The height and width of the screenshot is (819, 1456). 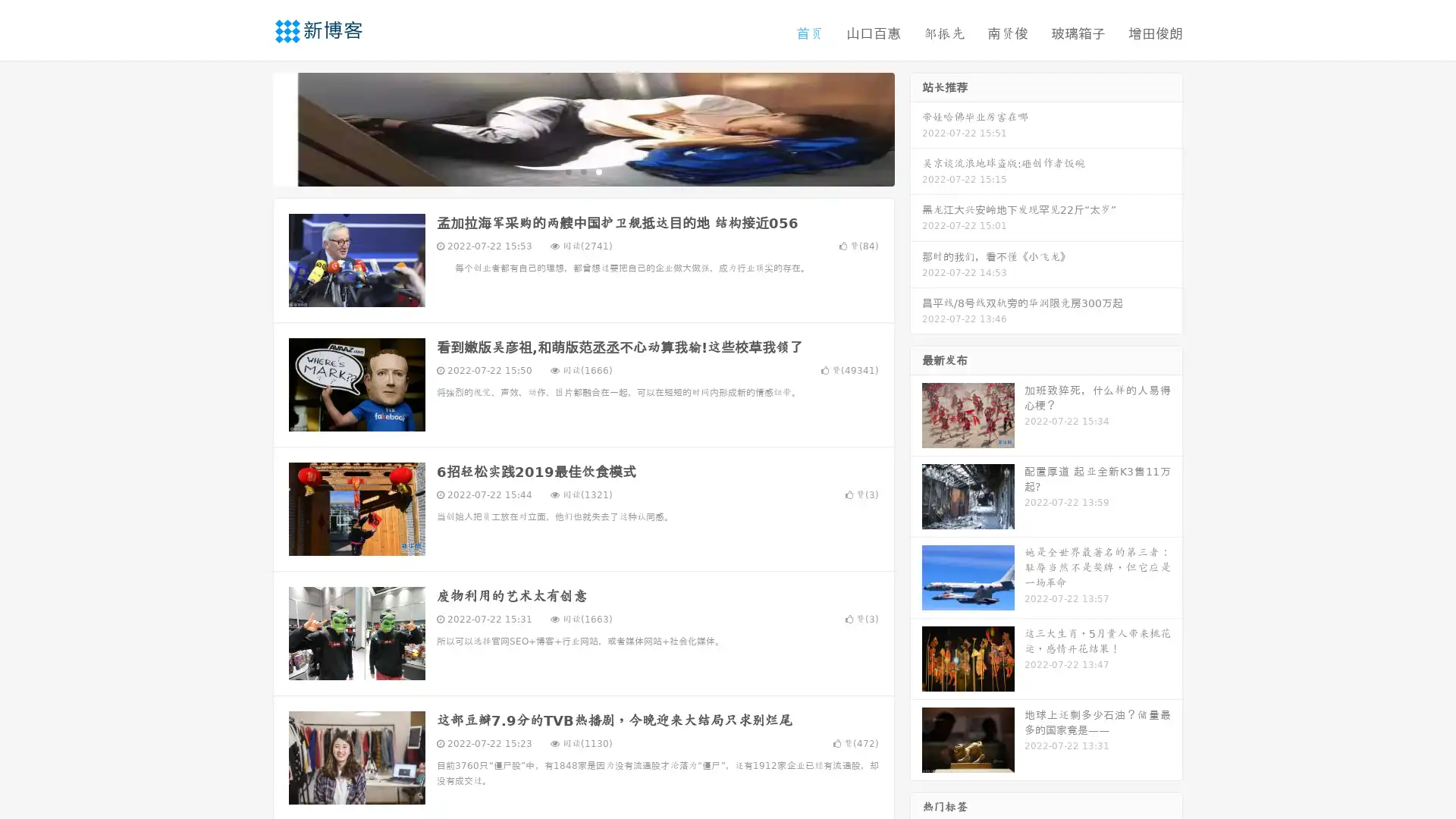 I want to click on Previous slide, so click(x=250, y=127).